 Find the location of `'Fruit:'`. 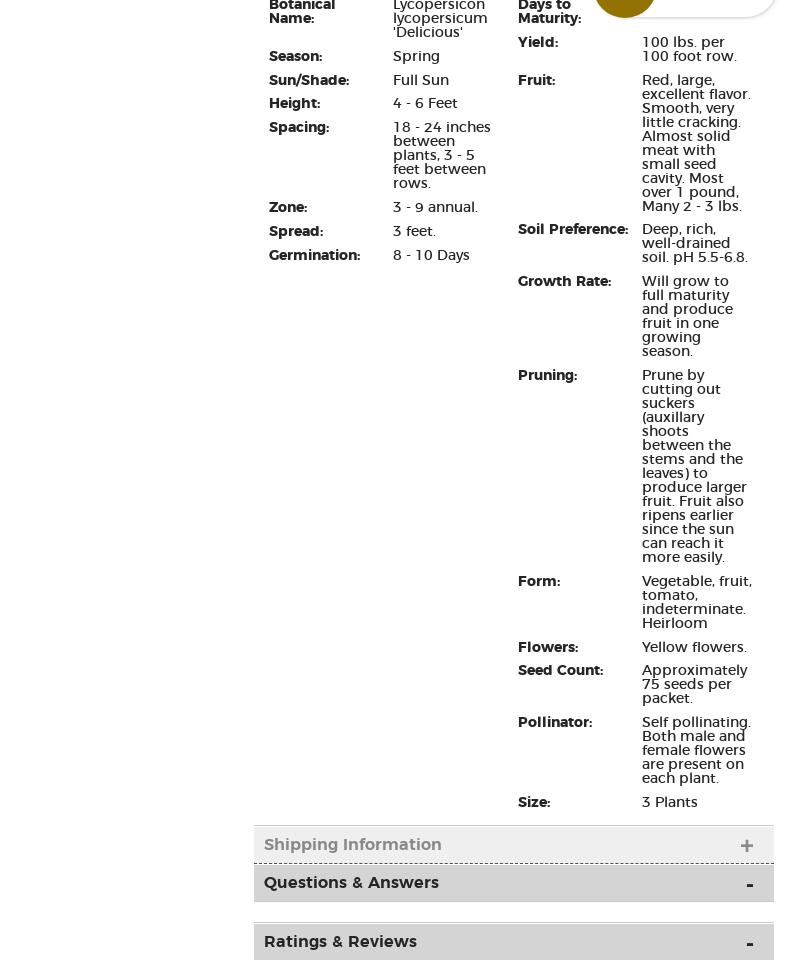

'Fruit:' is located at coordinates (535, 79).